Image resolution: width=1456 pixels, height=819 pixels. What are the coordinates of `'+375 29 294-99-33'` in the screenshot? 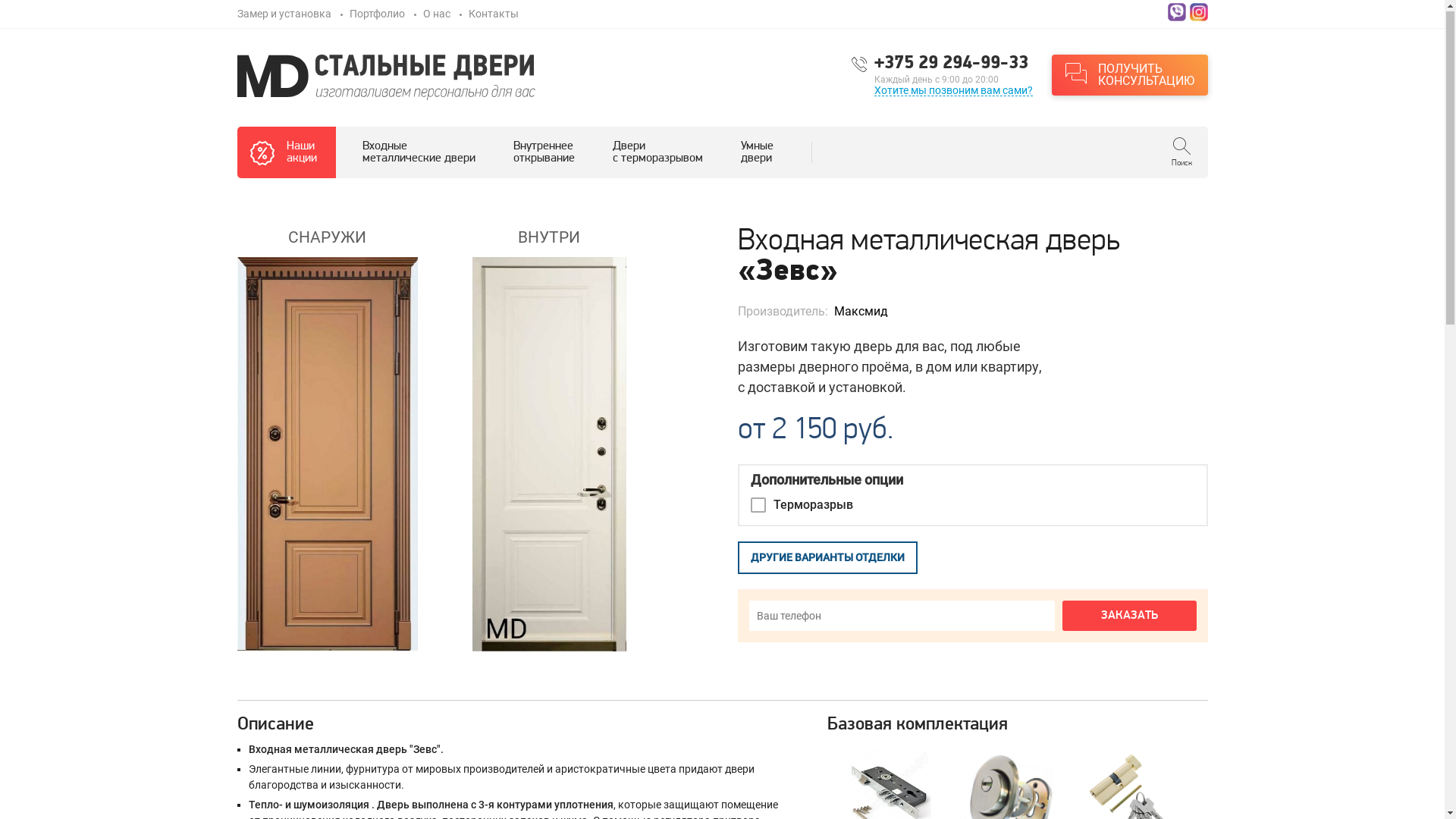 It's located at (952, 63).